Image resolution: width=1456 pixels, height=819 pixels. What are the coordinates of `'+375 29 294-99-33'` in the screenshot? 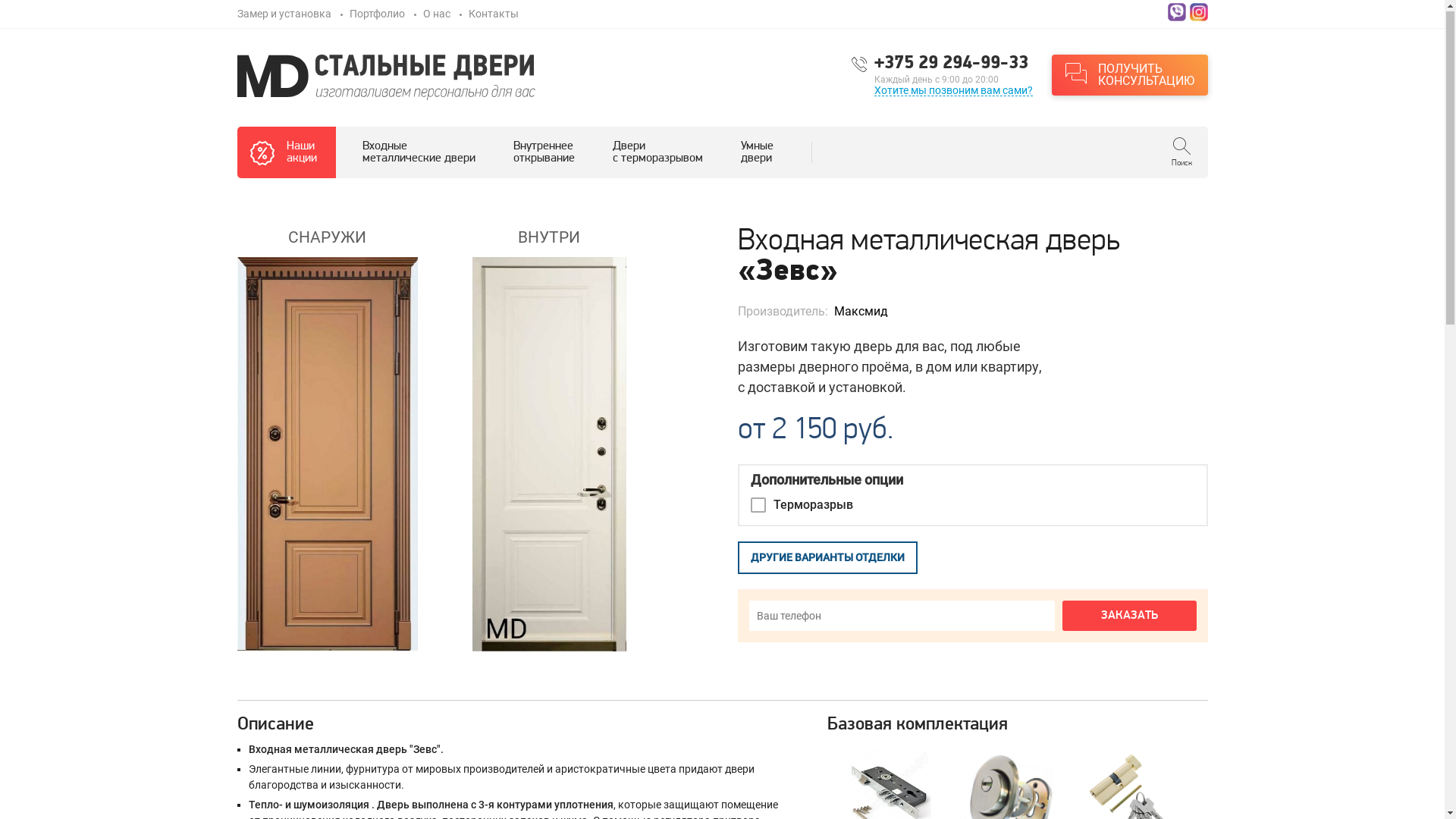 It's located at (952, 63).